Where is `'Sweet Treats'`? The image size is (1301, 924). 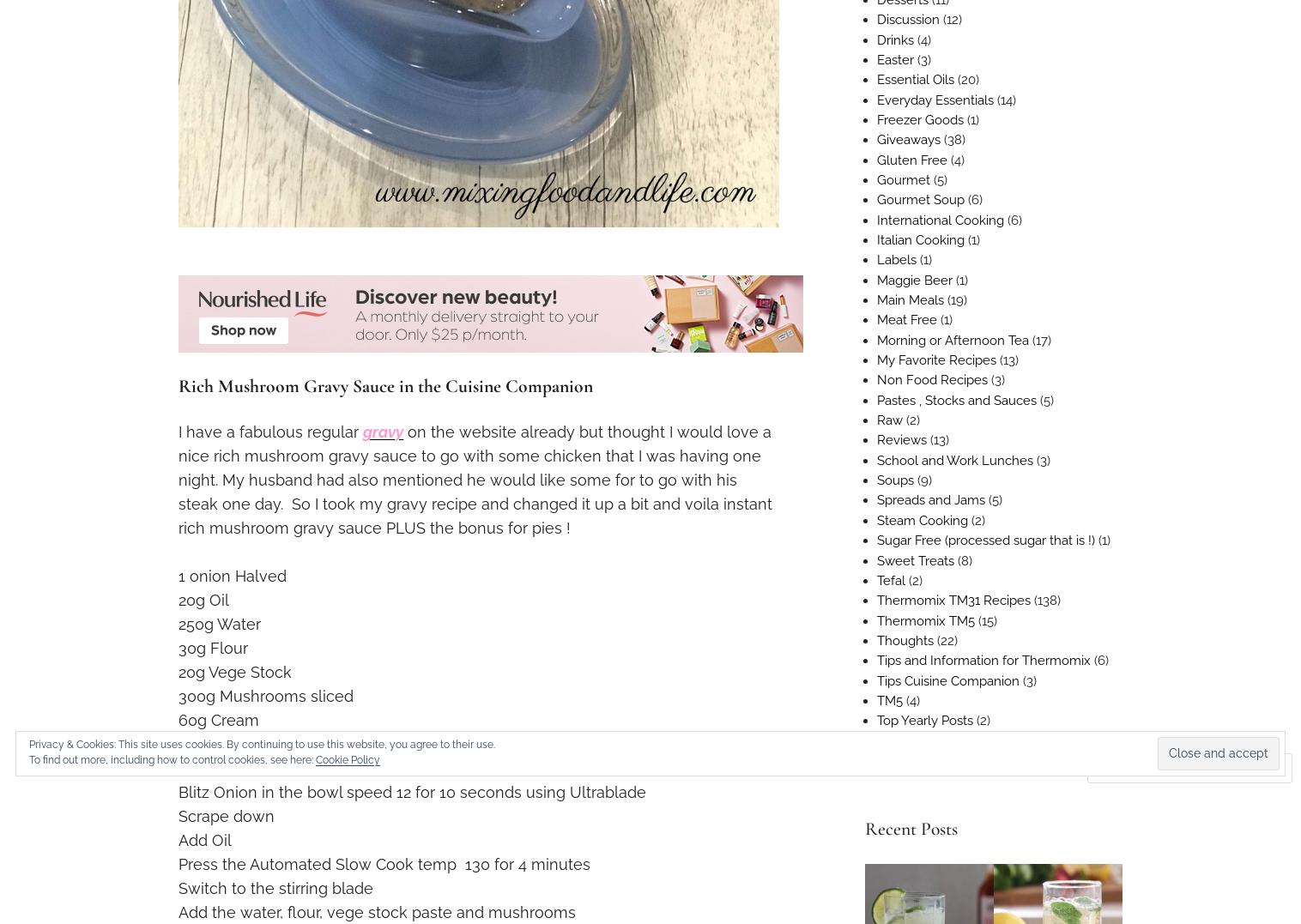 'Sweet Treats' is located at coordinates (915, 559).